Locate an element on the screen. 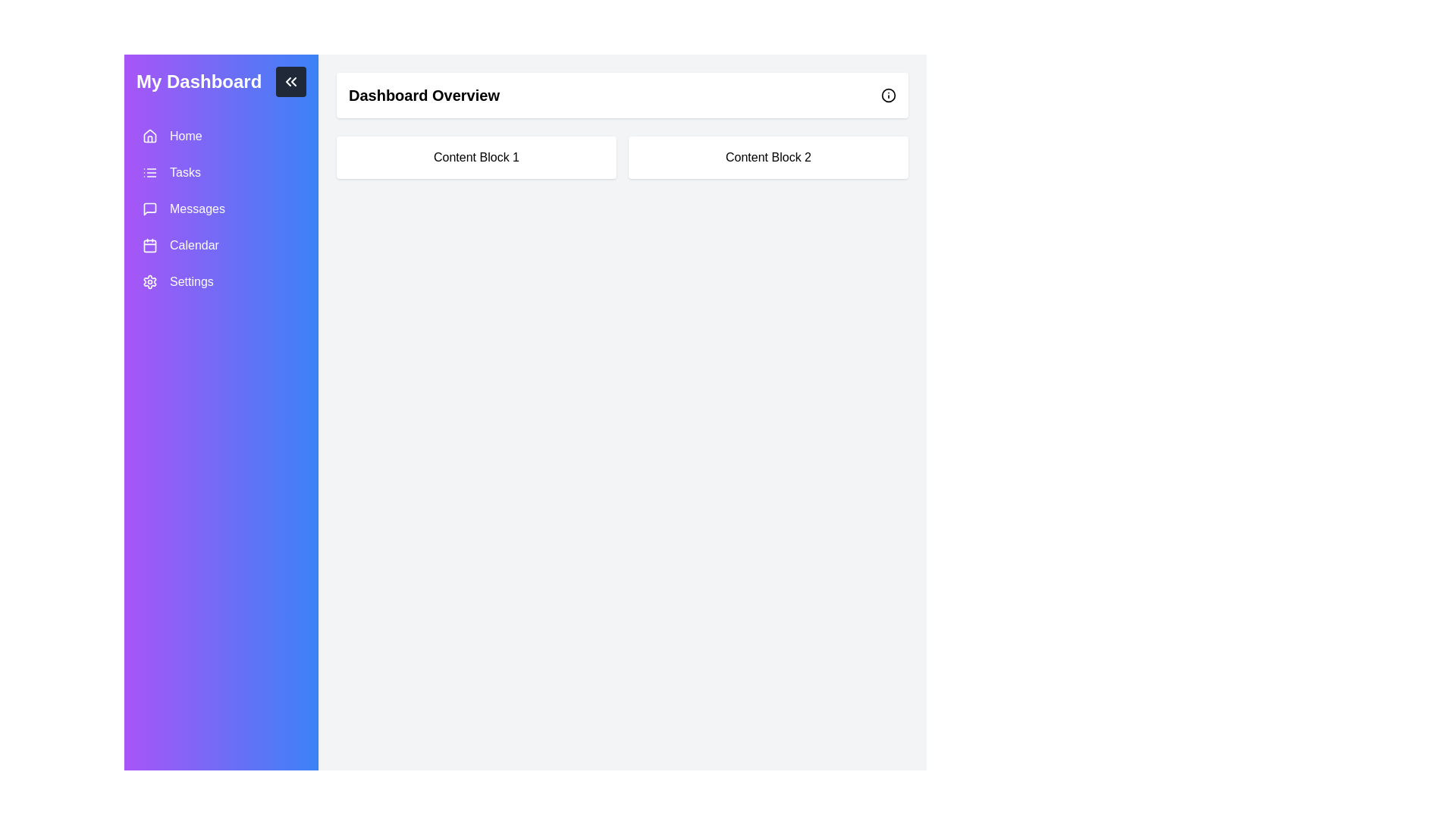 Image resolution: width=1456 pixels, height=819 pixels. the square button with a dark gray background and a left-pointing double-chevron icon located in the top-right area of the sidebar is located at coordinates (291, 82).